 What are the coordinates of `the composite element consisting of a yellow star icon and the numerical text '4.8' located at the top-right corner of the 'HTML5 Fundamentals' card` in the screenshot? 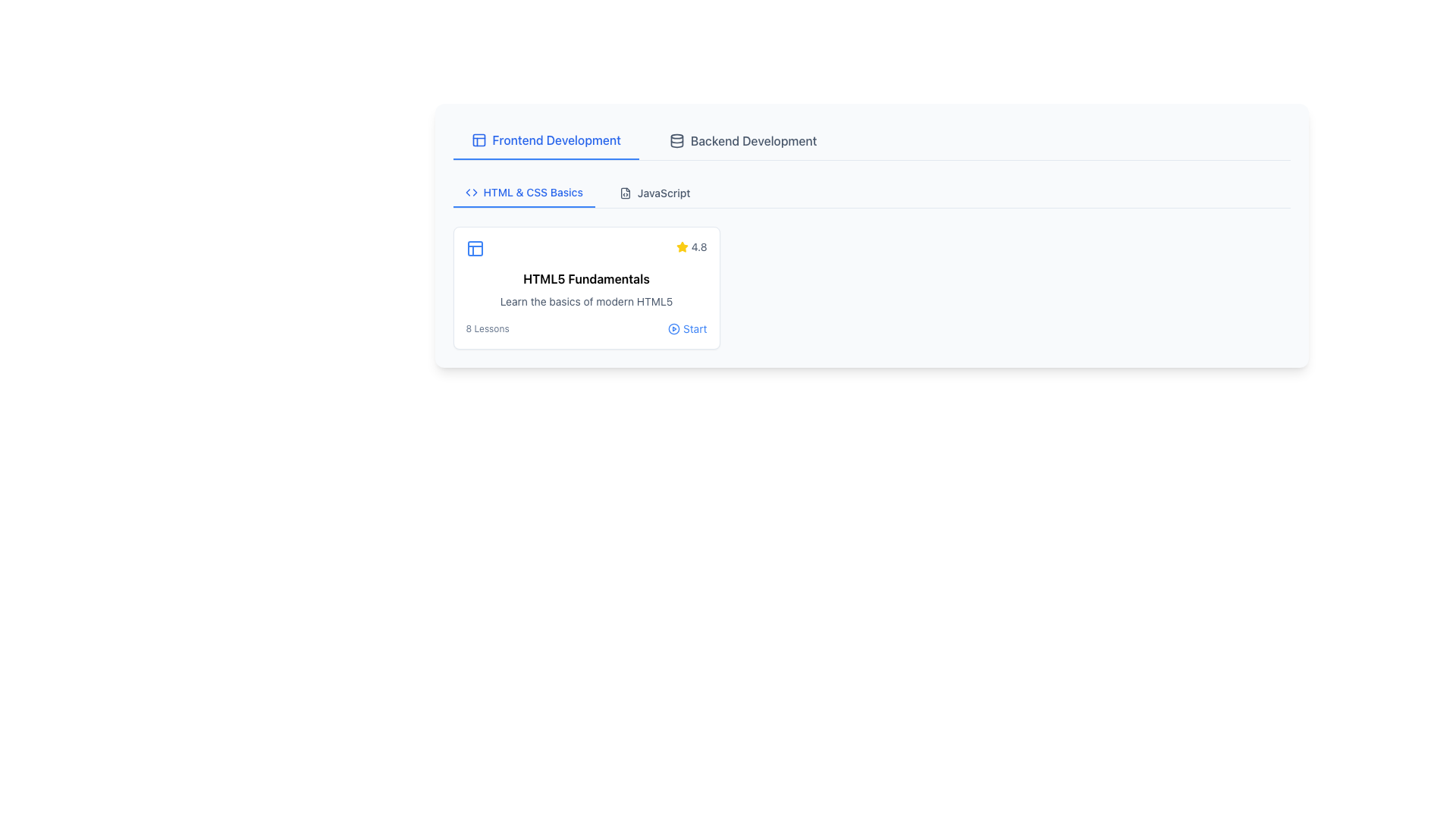 It's located at (691, 246).